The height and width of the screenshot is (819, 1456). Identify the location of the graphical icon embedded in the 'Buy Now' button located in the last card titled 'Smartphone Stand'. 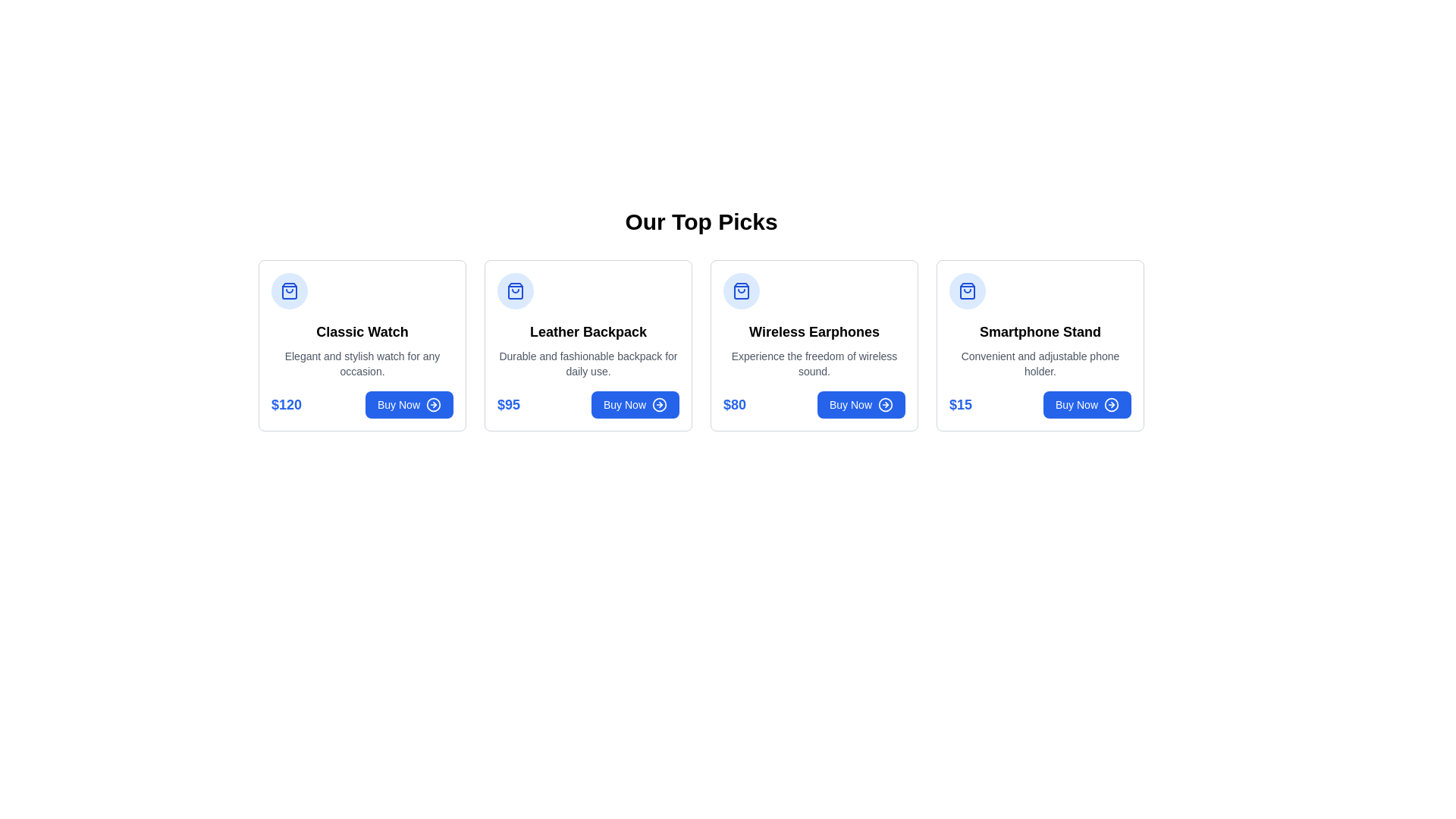
(1111, 403).